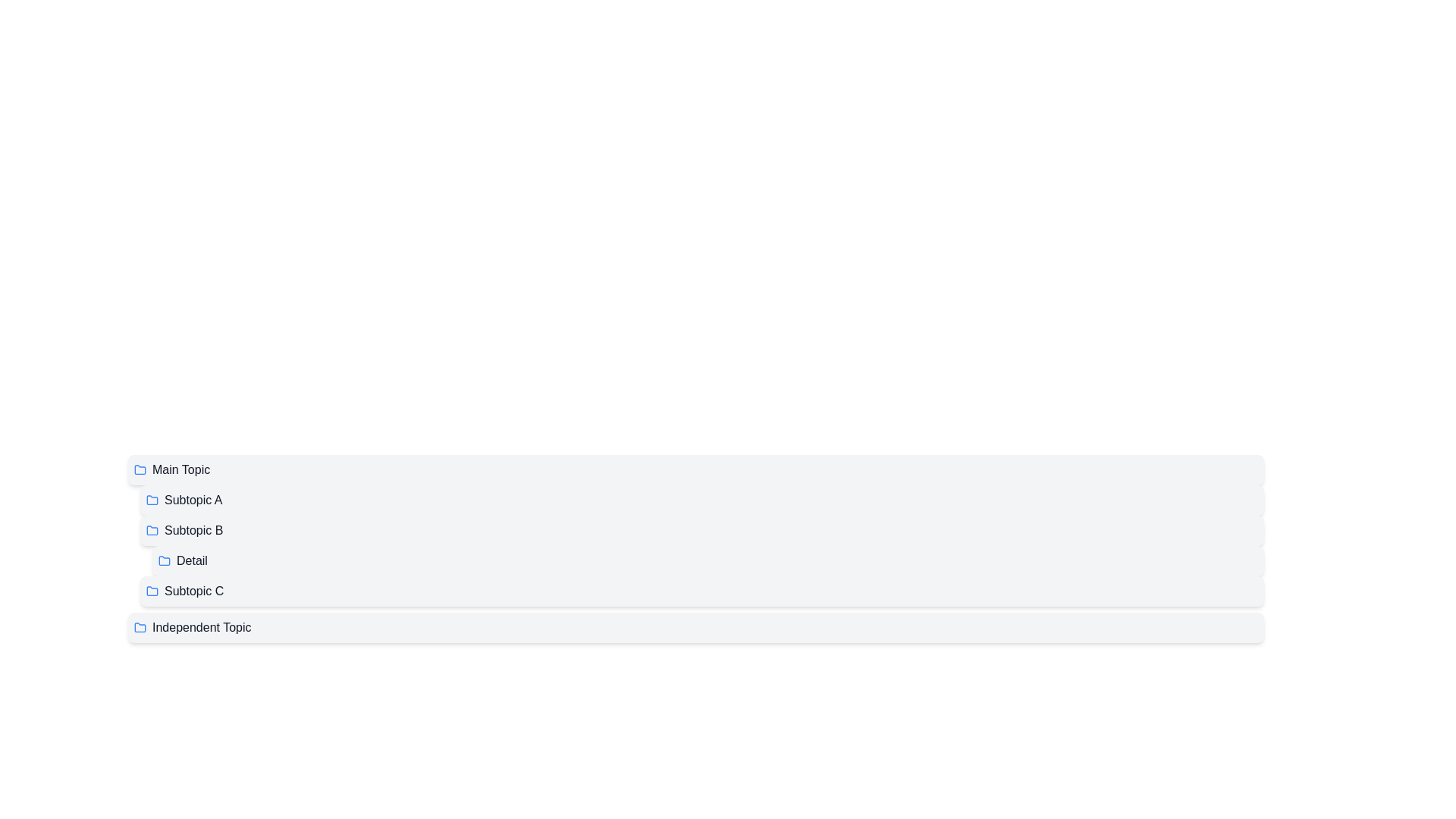 Image resolution: width=1456 pixels, height=819 pixels. What do you see at coordinates (140, 469) in the screenshot?
I see `the folder icon with a blue outline located at the start of the horizontal bar next to the text label 'Main Topic'` at bounding box center [140, 469].